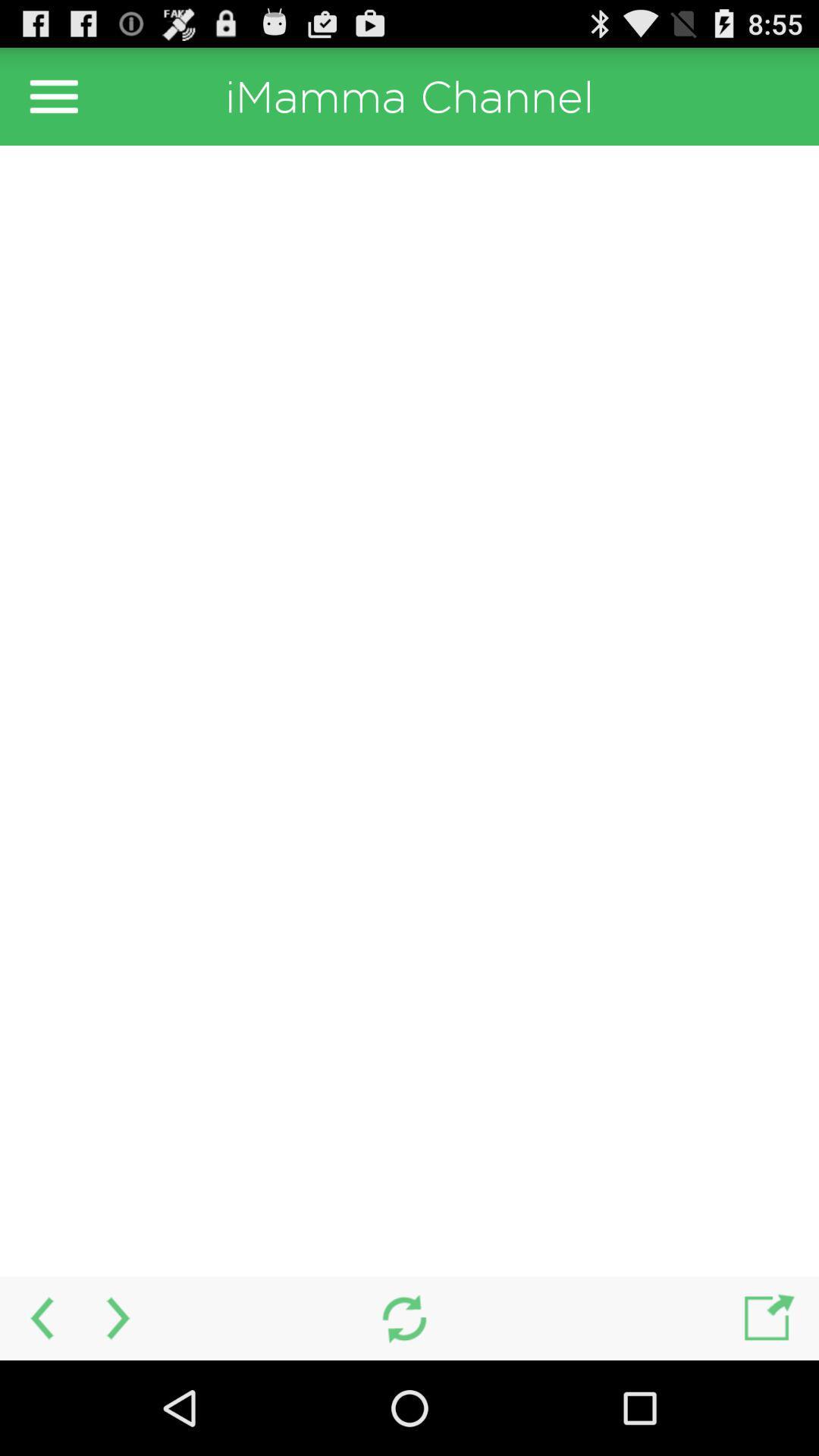 The image size is (819, 1456). Describe the element at coordinates (39, 1317) in the screenshot. I see `previous` at that location.